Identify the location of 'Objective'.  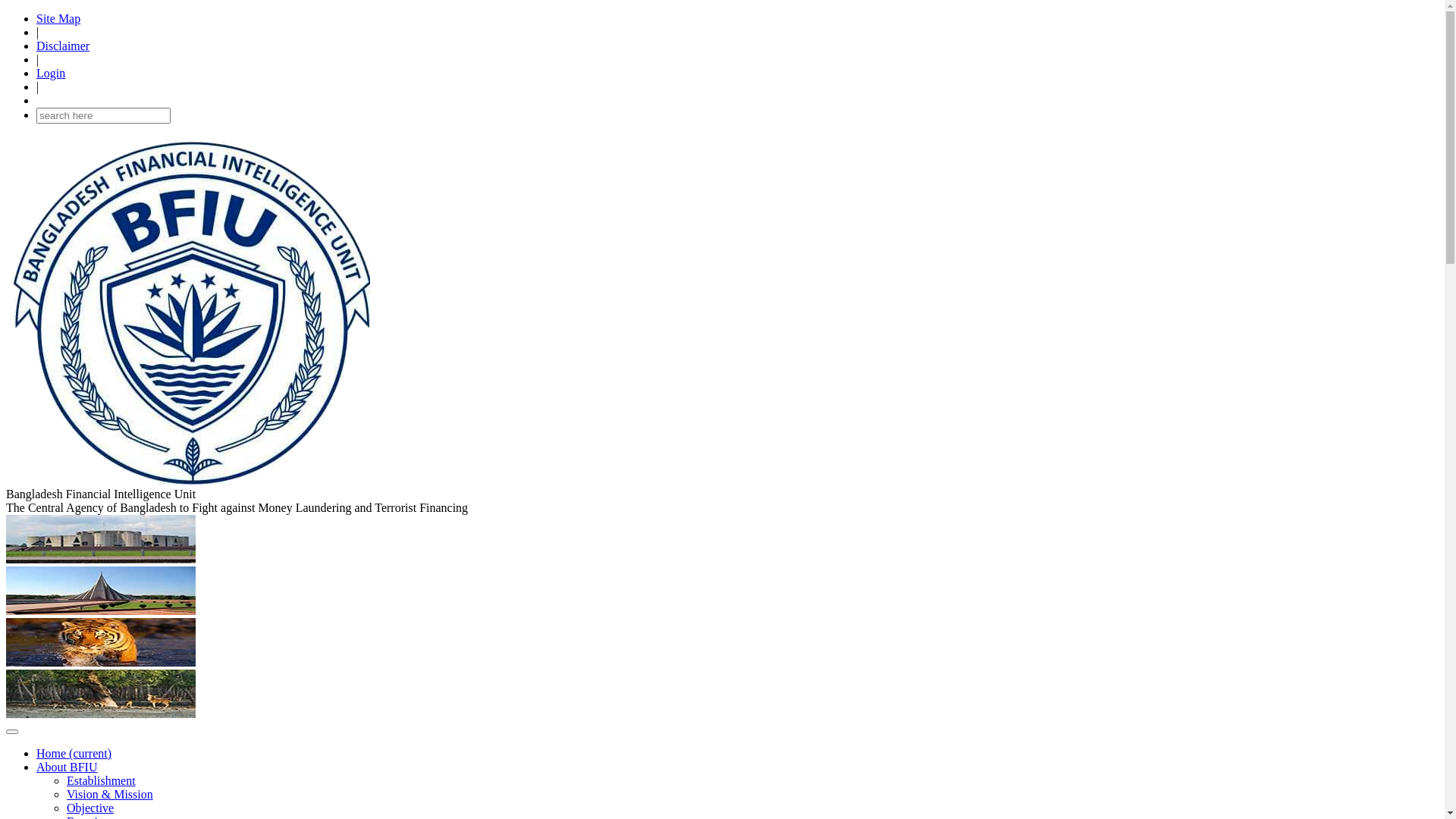
(89, 807).